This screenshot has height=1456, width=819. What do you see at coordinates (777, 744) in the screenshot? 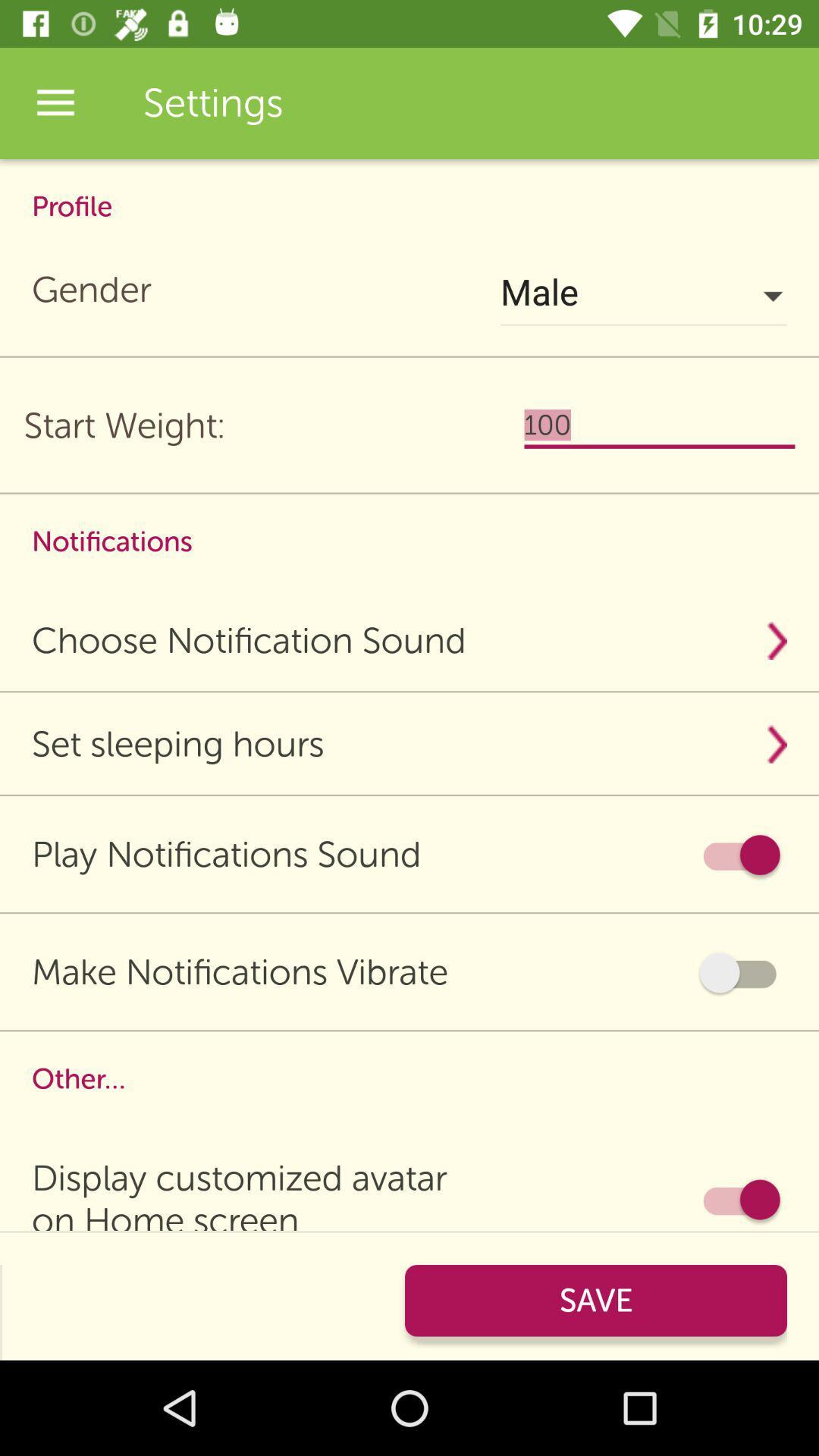
I see `the dropdown button beside the text set sleeping hours` at bounding box center [777, 744].